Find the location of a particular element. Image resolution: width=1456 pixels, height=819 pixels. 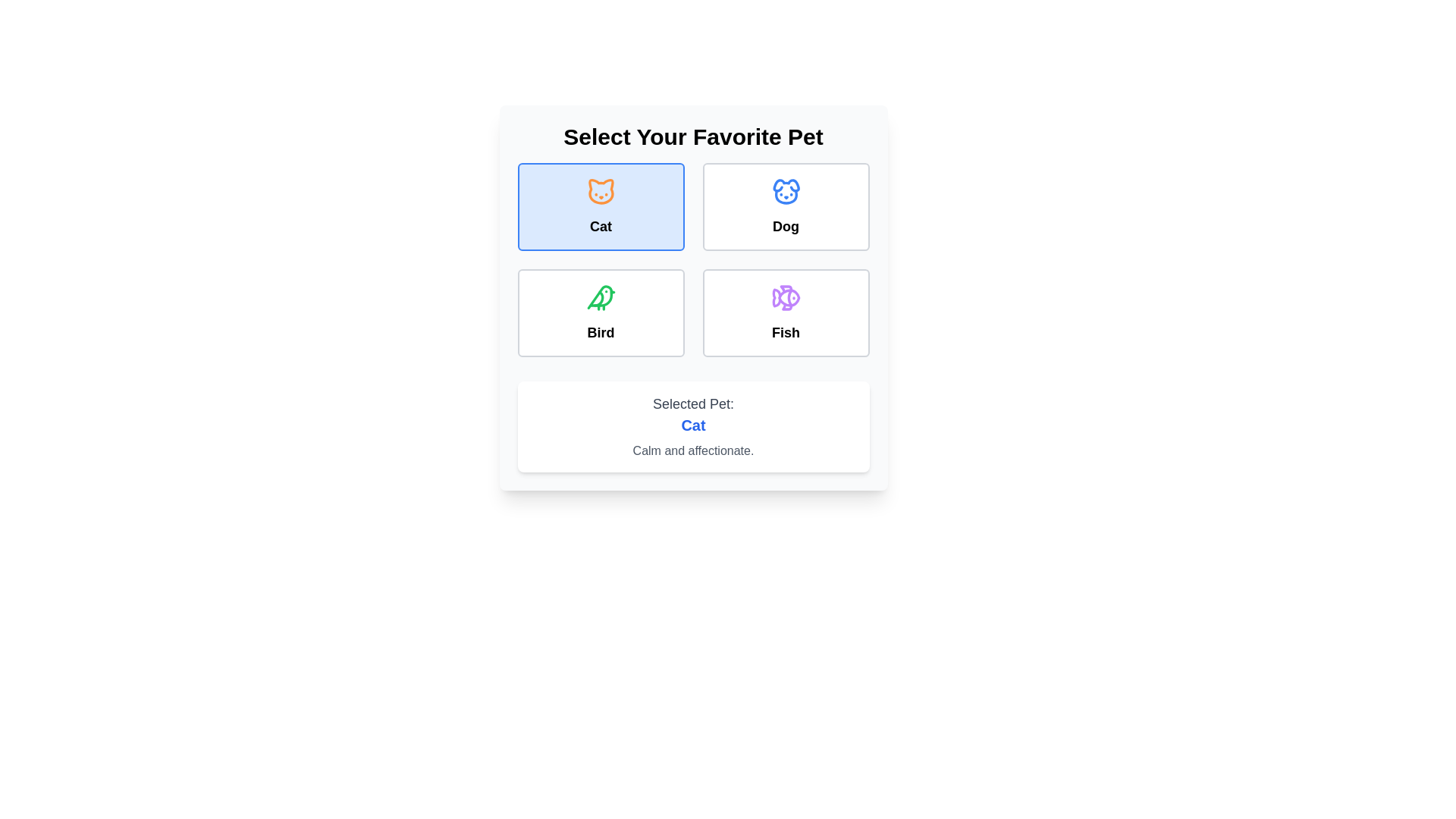

the purple fish icon located in the bottom-right section of the 'Select Your Favorite Pet' grid is located at coordinates (776, 298).